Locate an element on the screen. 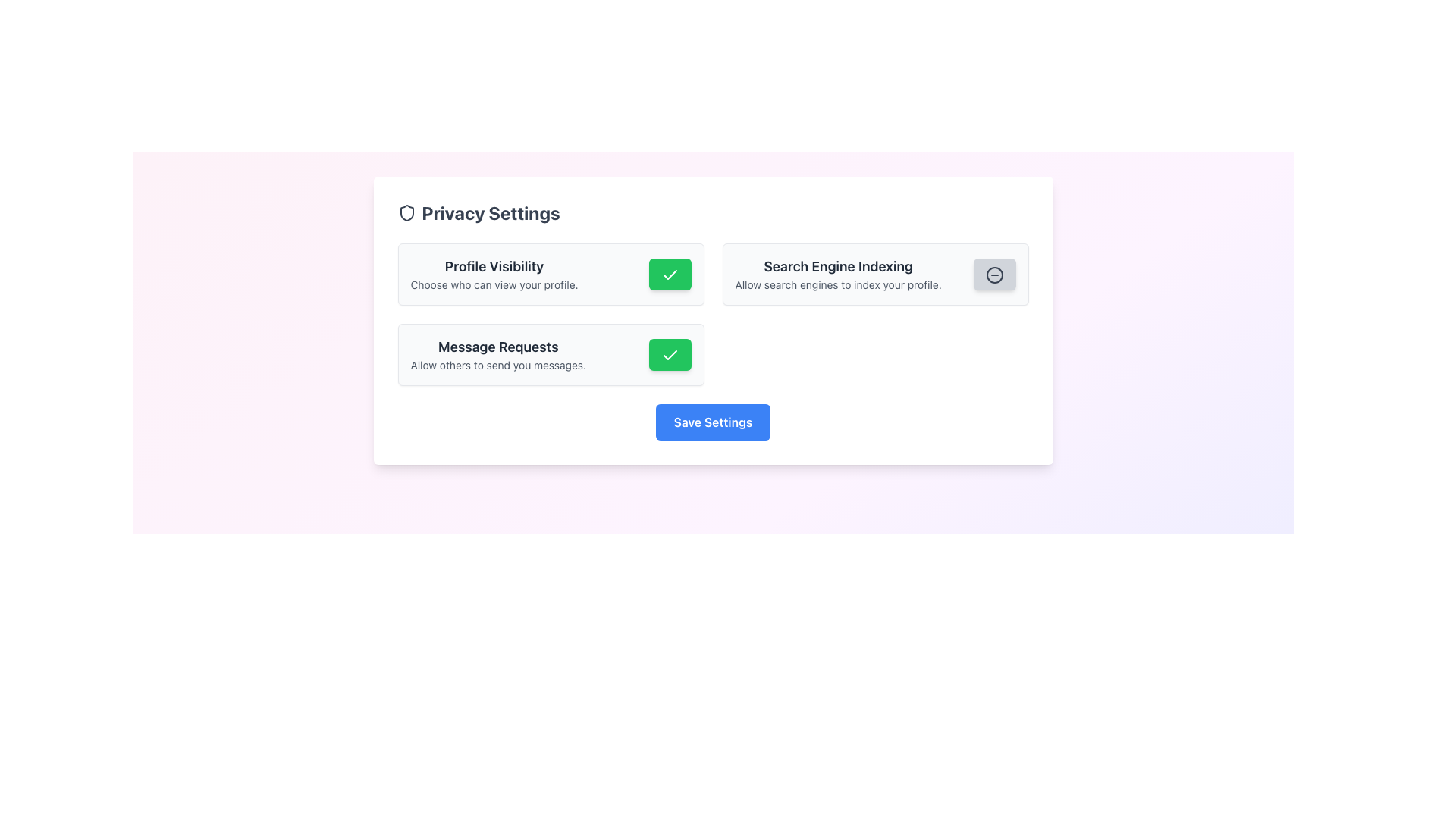 This screenshot has width=1456, height=819. the Static Text element that serves as the title for the 'Message Requests' privacy setting, located beneath the 'Profile Visibility' setting is located at coordinates (498, 347).